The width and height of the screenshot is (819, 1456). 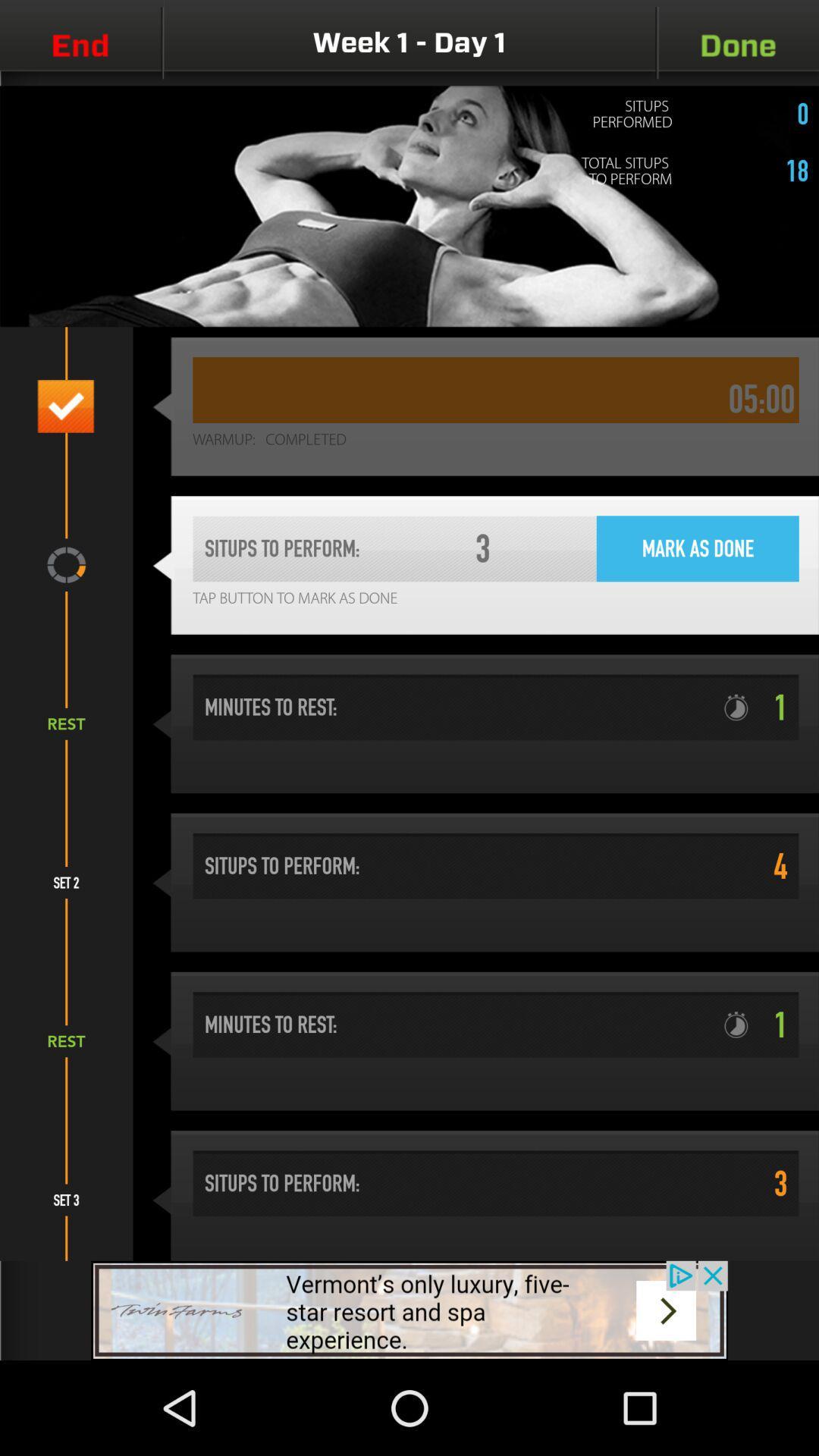 I want to click on the videocam icon, so click(x=82, y=42).